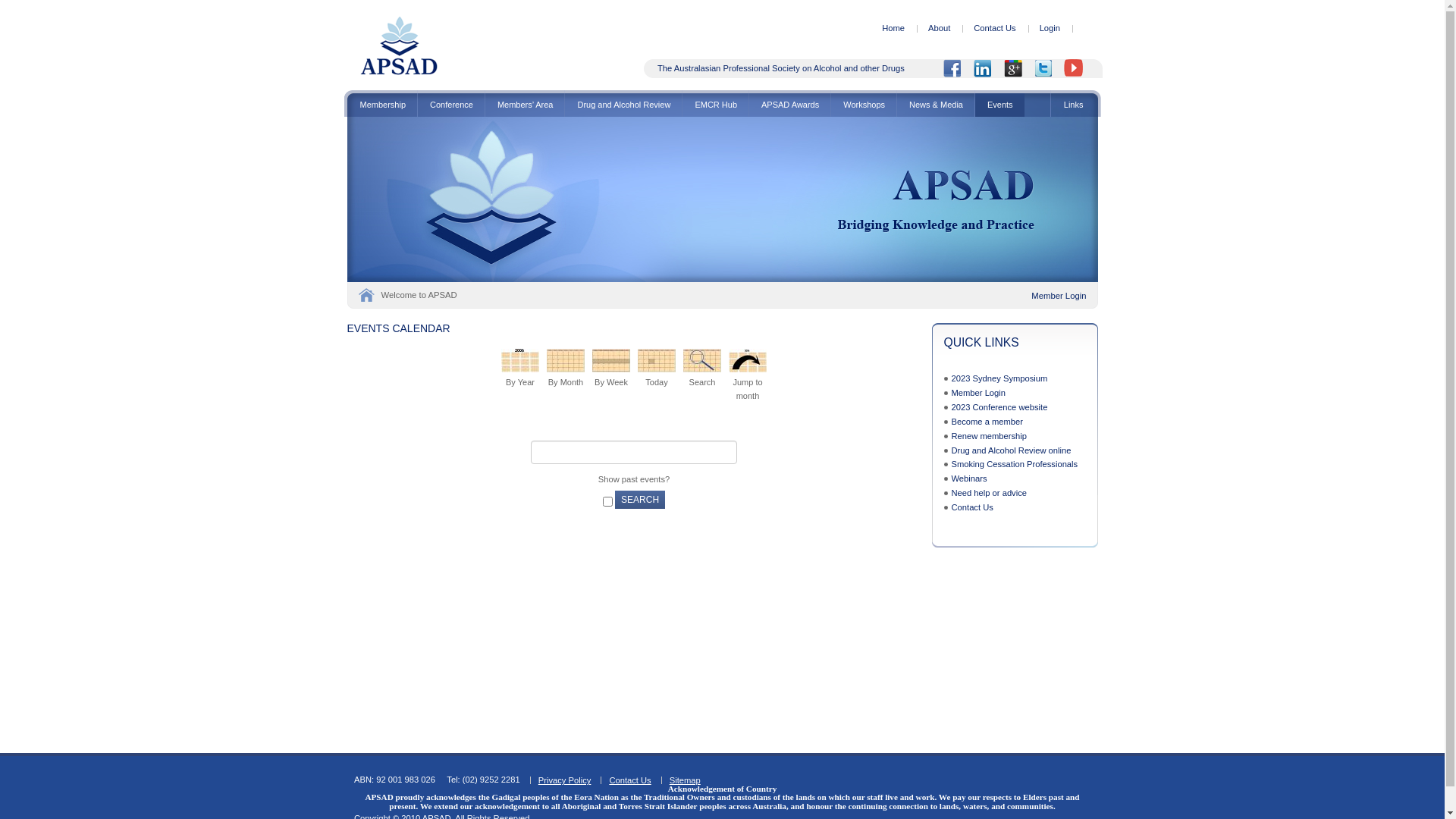  I want to click on 'Events', so click(999, 104).